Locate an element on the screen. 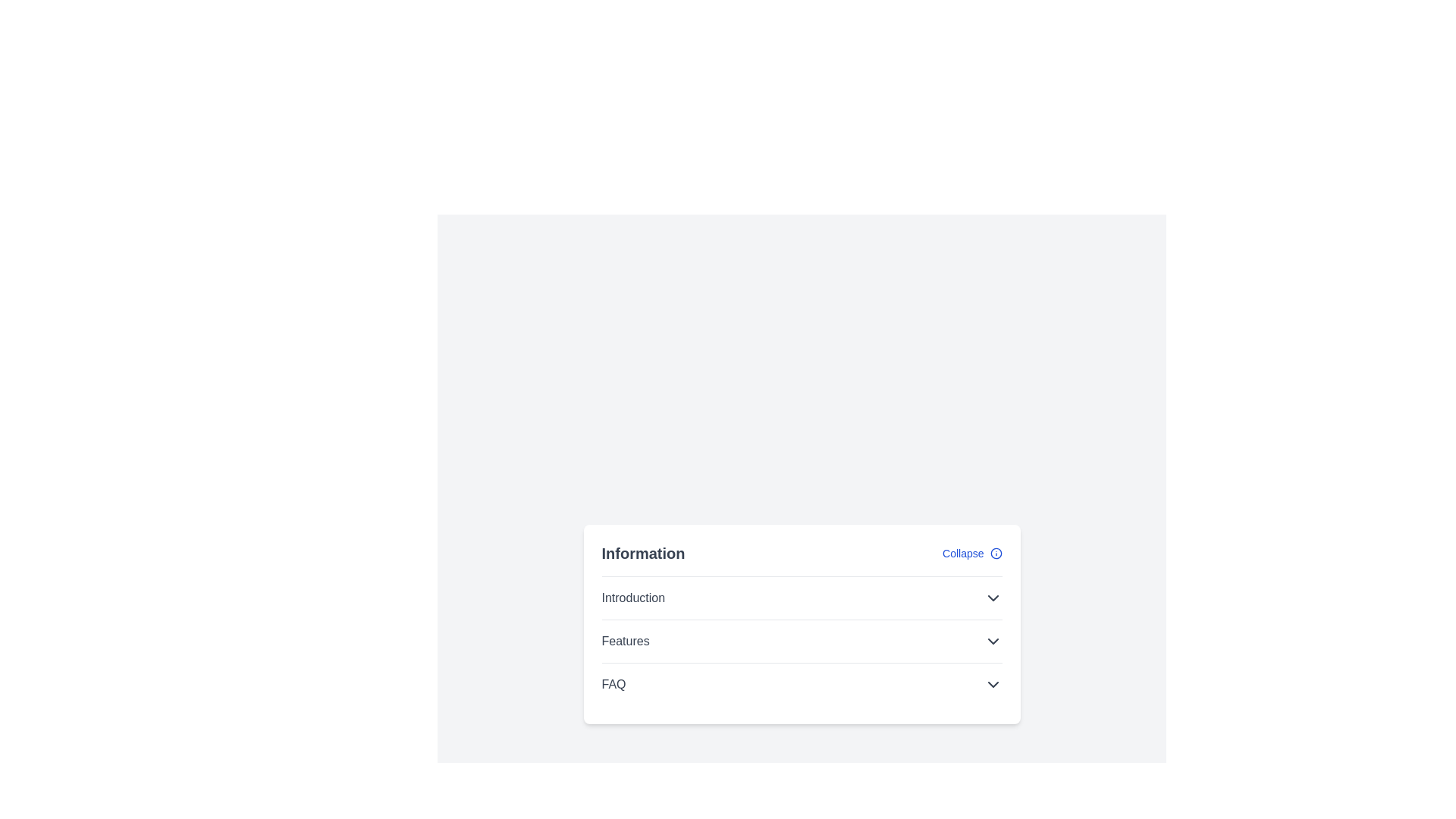  circular SVG element located in the top-right corner of the 'Information' group, adjacent to the 'Collapse' text, to view its properties is located at coordinates (996, 553).